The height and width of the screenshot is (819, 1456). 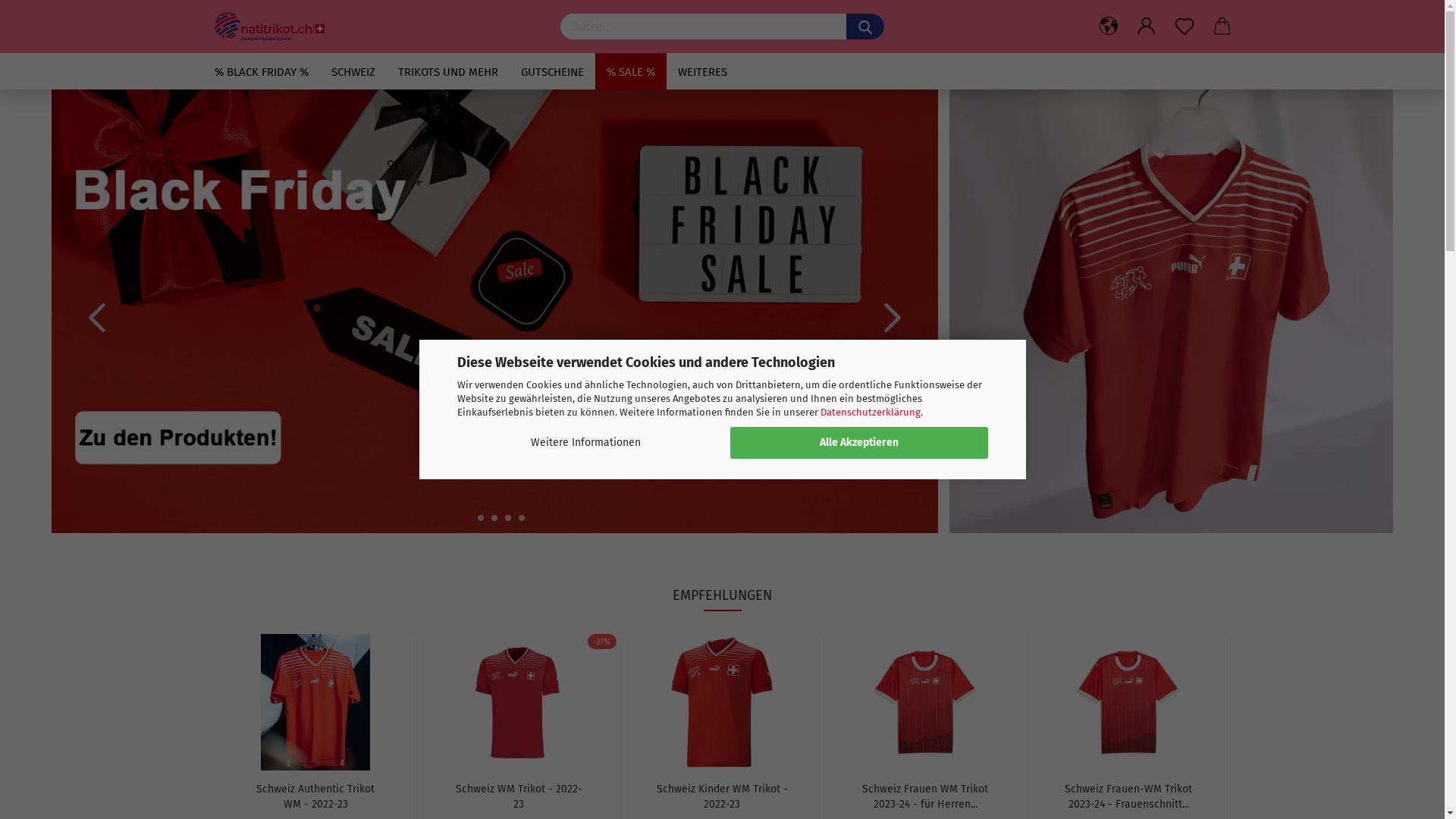 What do you see at coordinates (236, 701) in the screenshot?
I see `'Schweiz Authentic Trikot WM - 2022-23'` at bounding box center [236, 701].